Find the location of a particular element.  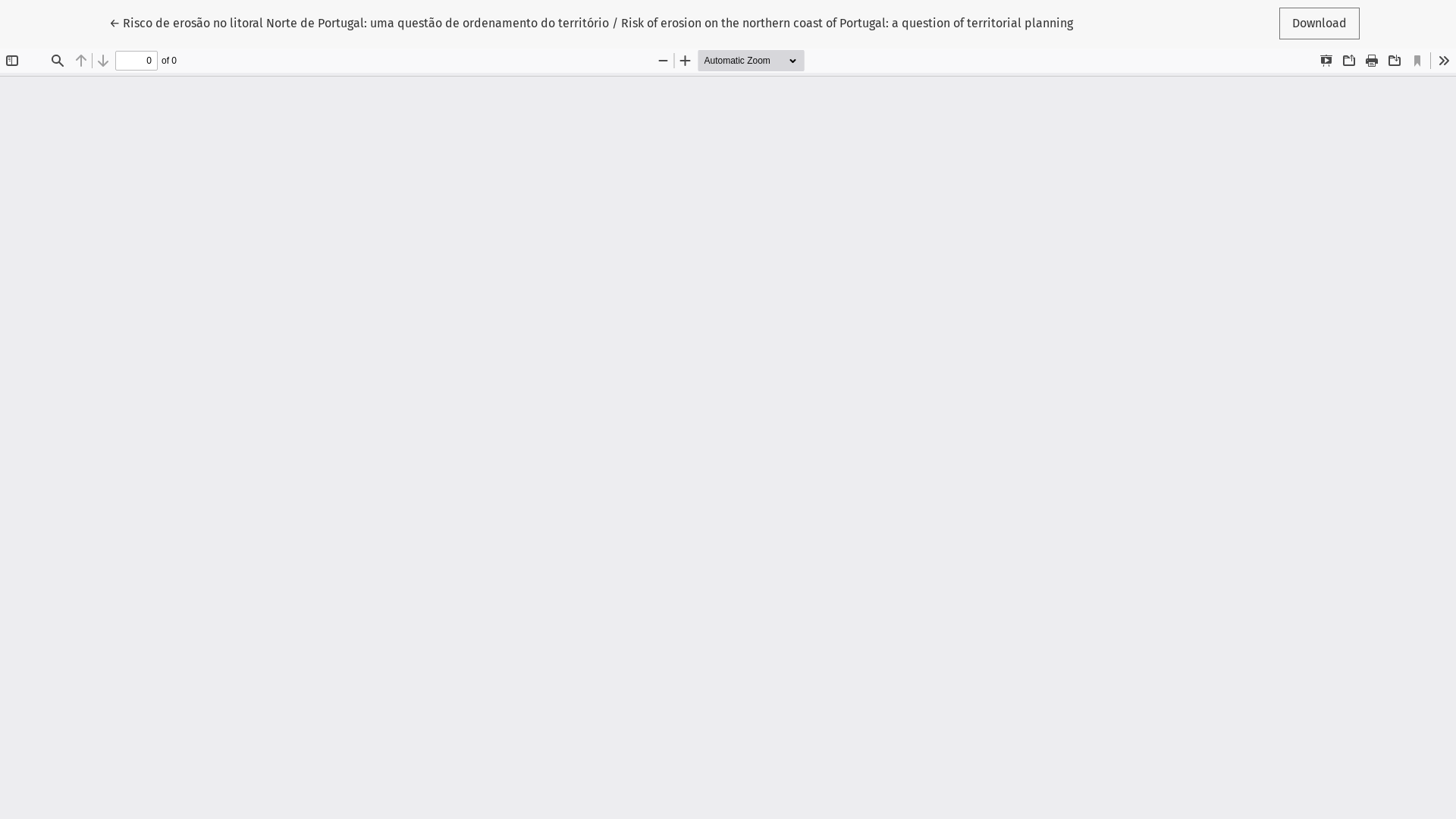

'Download' is located at coordinates (1318, 23).